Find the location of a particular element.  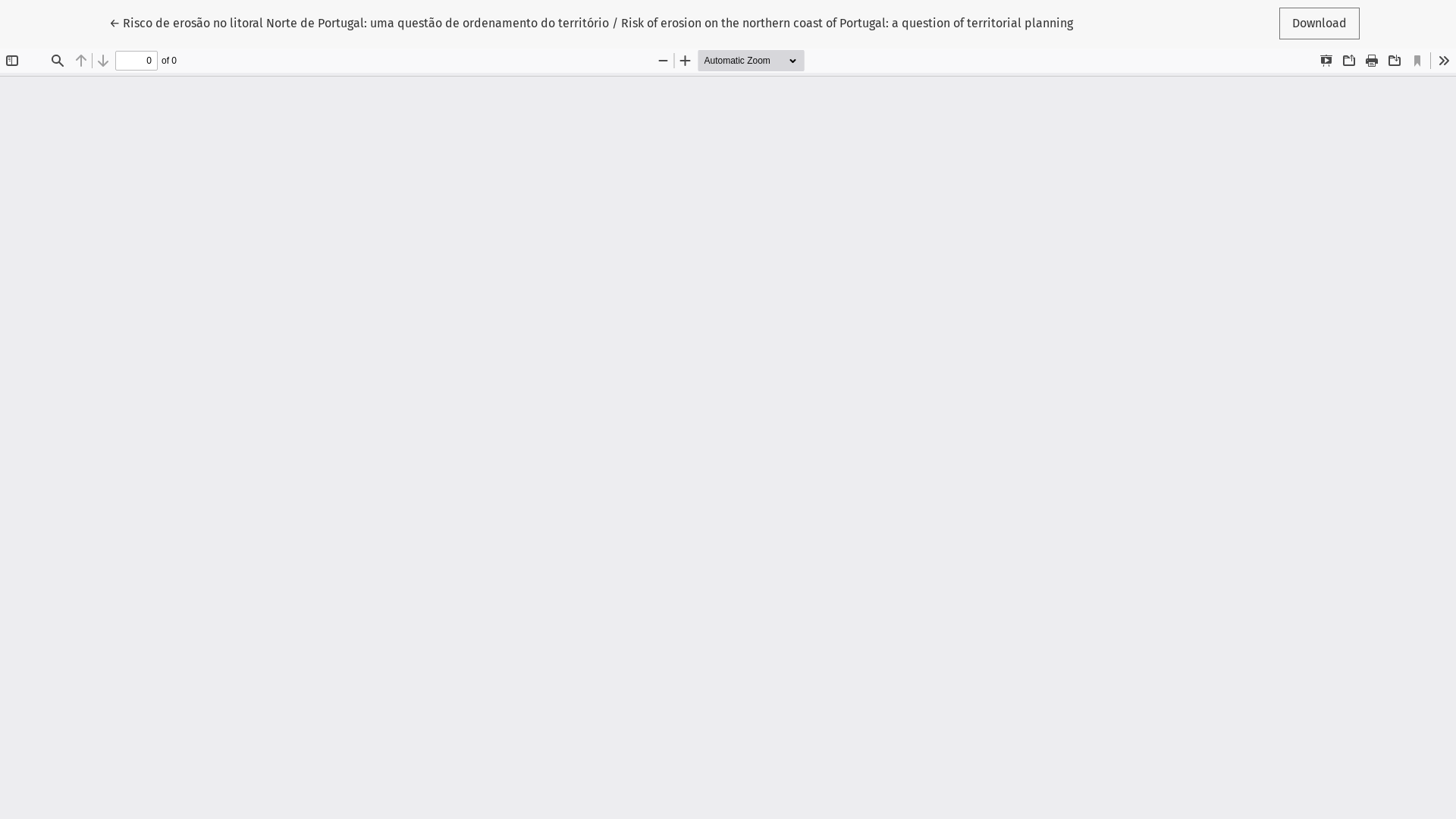

'Download' is located at coordinates (1318, 23).